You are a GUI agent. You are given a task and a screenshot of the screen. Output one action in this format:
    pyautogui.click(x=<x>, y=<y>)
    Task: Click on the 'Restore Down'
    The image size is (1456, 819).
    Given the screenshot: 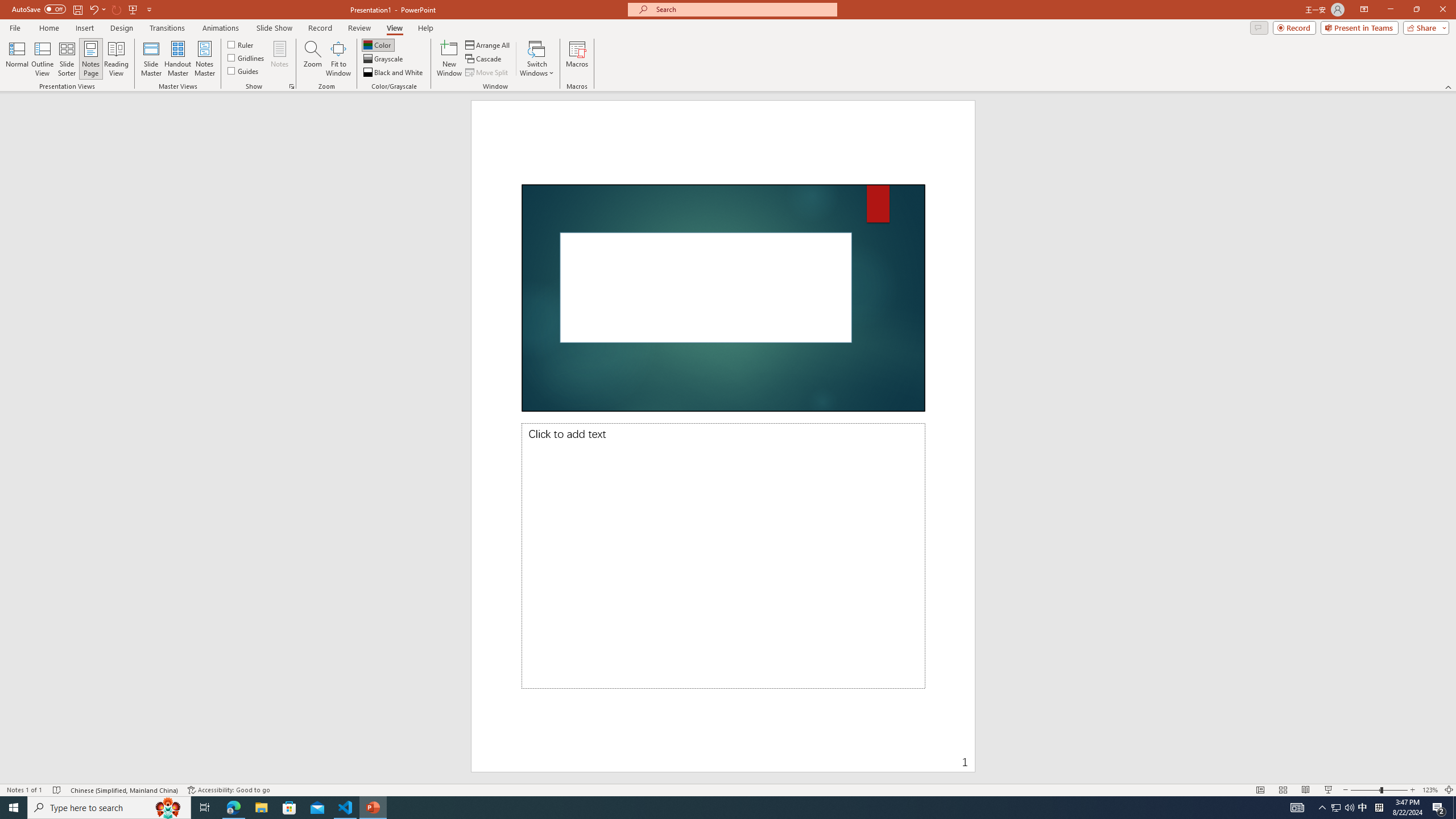 What is the action you would take?
    pyautogui.click(x=1416, y=9)
    